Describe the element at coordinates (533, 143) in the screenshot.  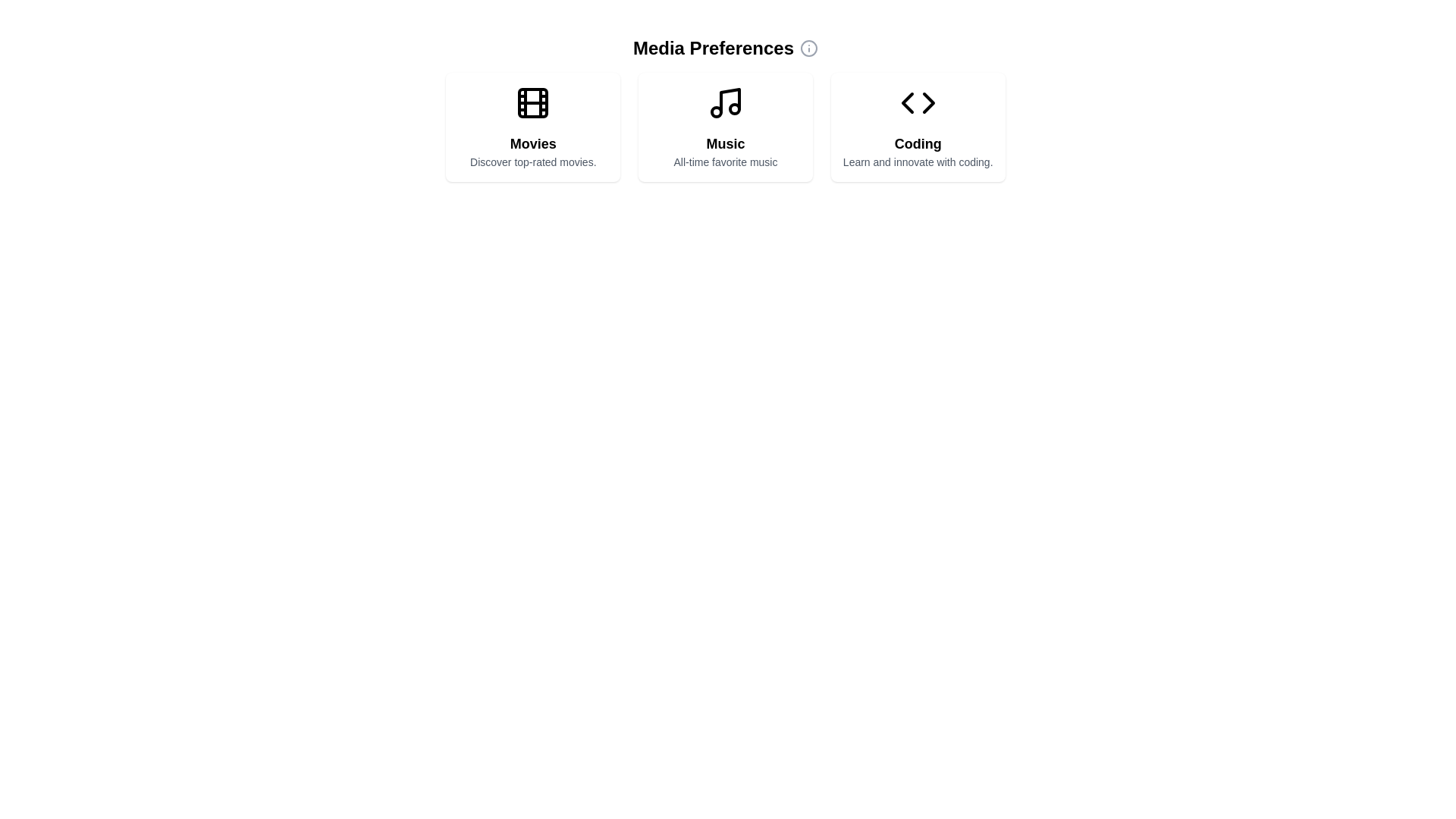
I see `the bold, center-aligned text 'Movies' located in the leftmost card of three cards, which has a film reel icon above it and the subtitle 'Discover top-rated movies' below it` at that location.